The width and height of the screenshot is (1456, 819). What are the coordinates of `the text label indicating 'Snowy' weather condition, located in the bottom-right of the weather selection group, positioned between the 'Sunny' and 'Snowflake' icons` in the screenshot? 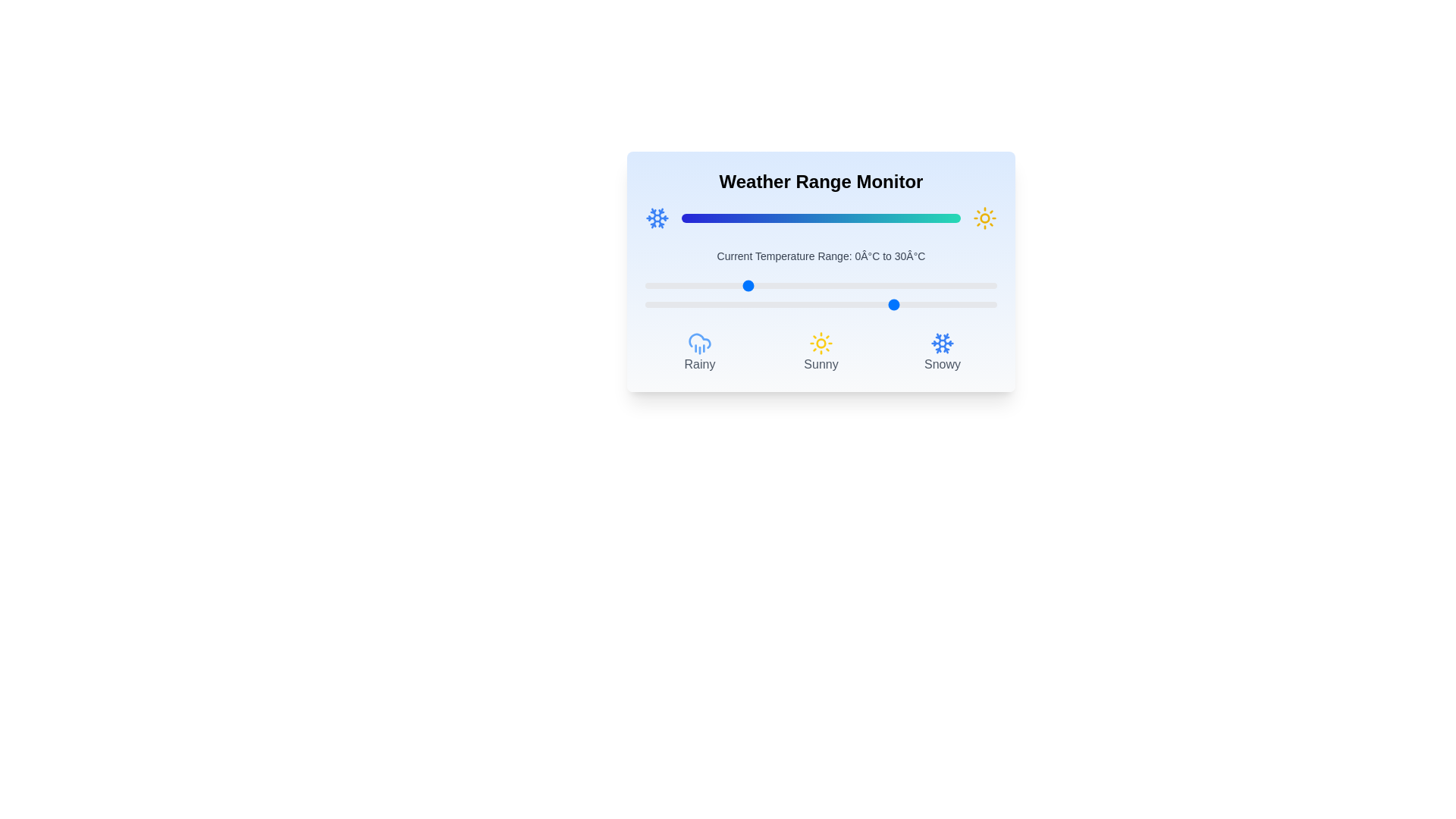 It's located at (942, 365).